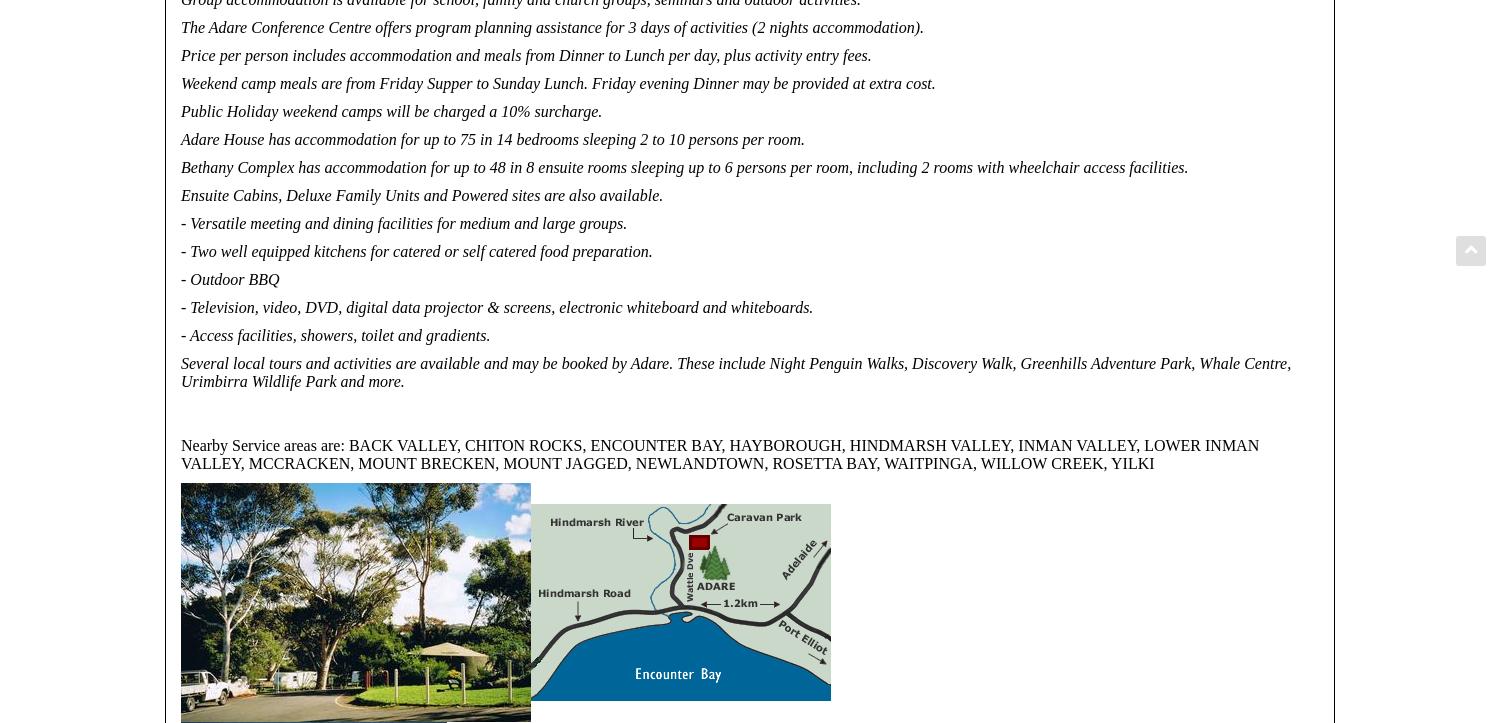 The image size is (1500, 723). Describe the element at coordinates (735, 371) in the screenshot. I see `'Several local tours and activities are available and may be booked by Adare. These include Night Penguin Walks, Discovery Walk, Greenhills Adventure Park, Whale Centre, Urimbirra Wildlife Park and more.'` at that location.